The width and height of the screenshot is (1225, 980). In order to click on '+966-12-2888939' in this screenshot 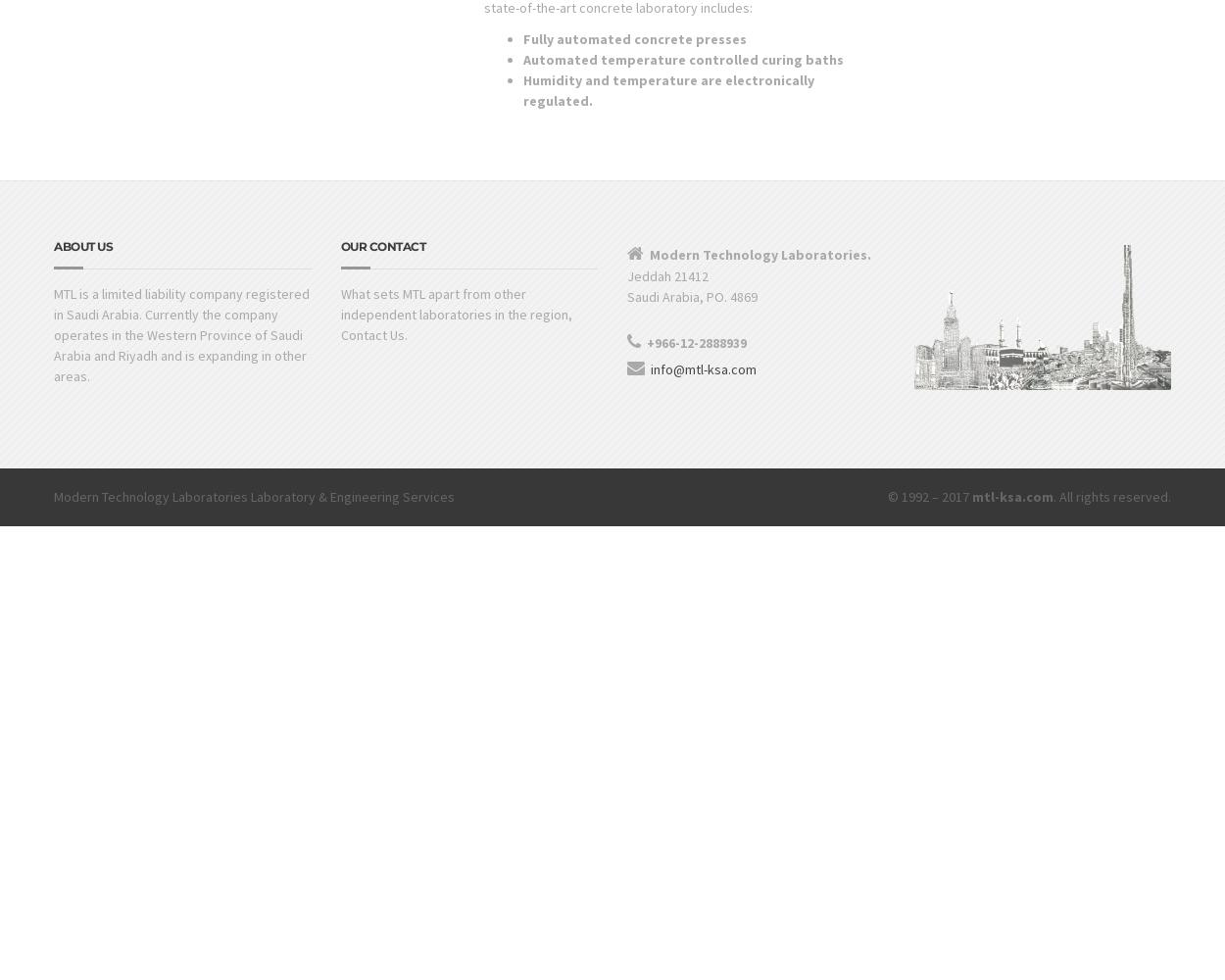, I will do `click(696, 342)`.